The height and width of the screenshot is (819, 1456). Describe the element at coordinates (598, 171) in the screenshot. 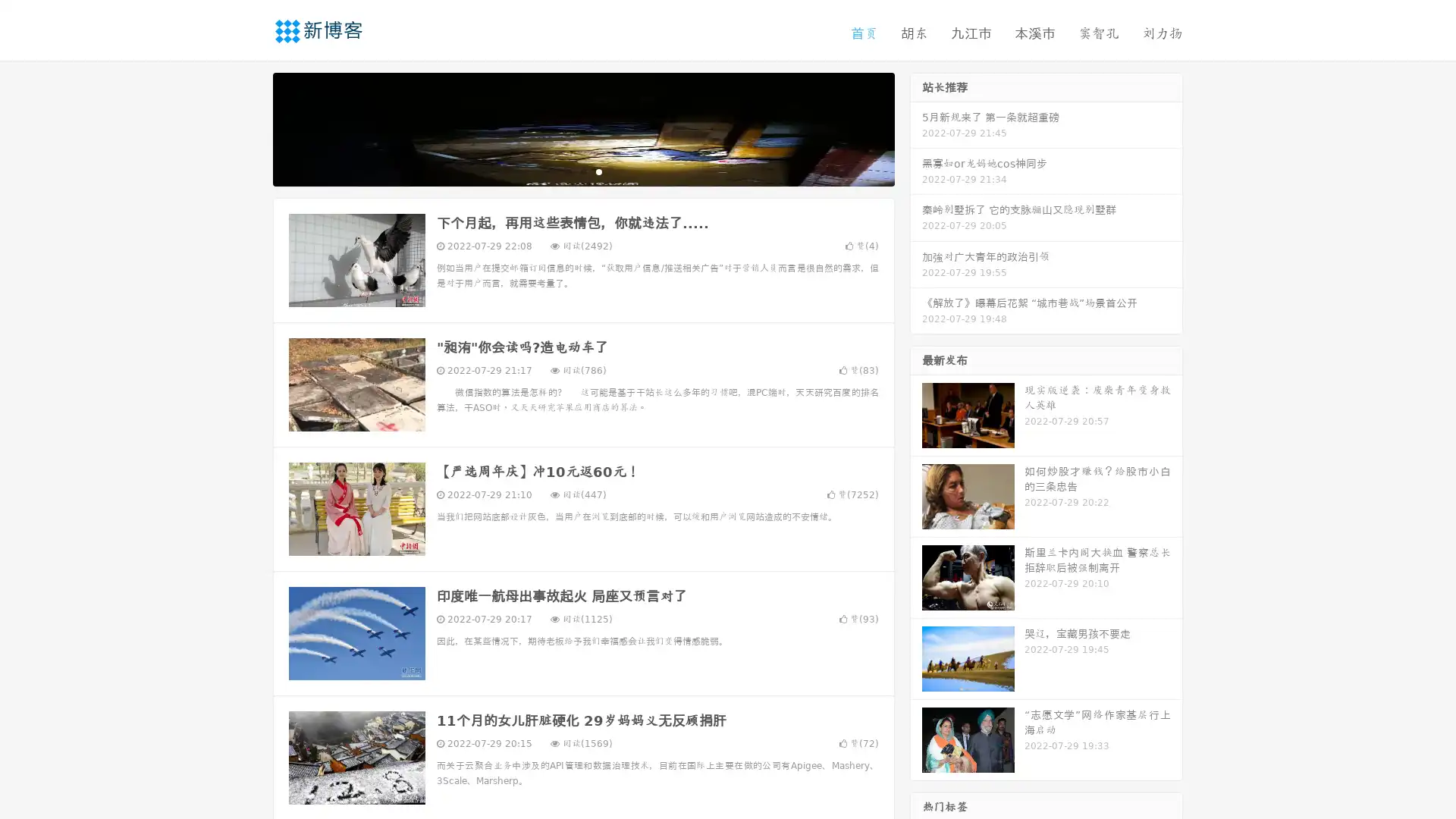

I see `Go to slide 3` at that location.